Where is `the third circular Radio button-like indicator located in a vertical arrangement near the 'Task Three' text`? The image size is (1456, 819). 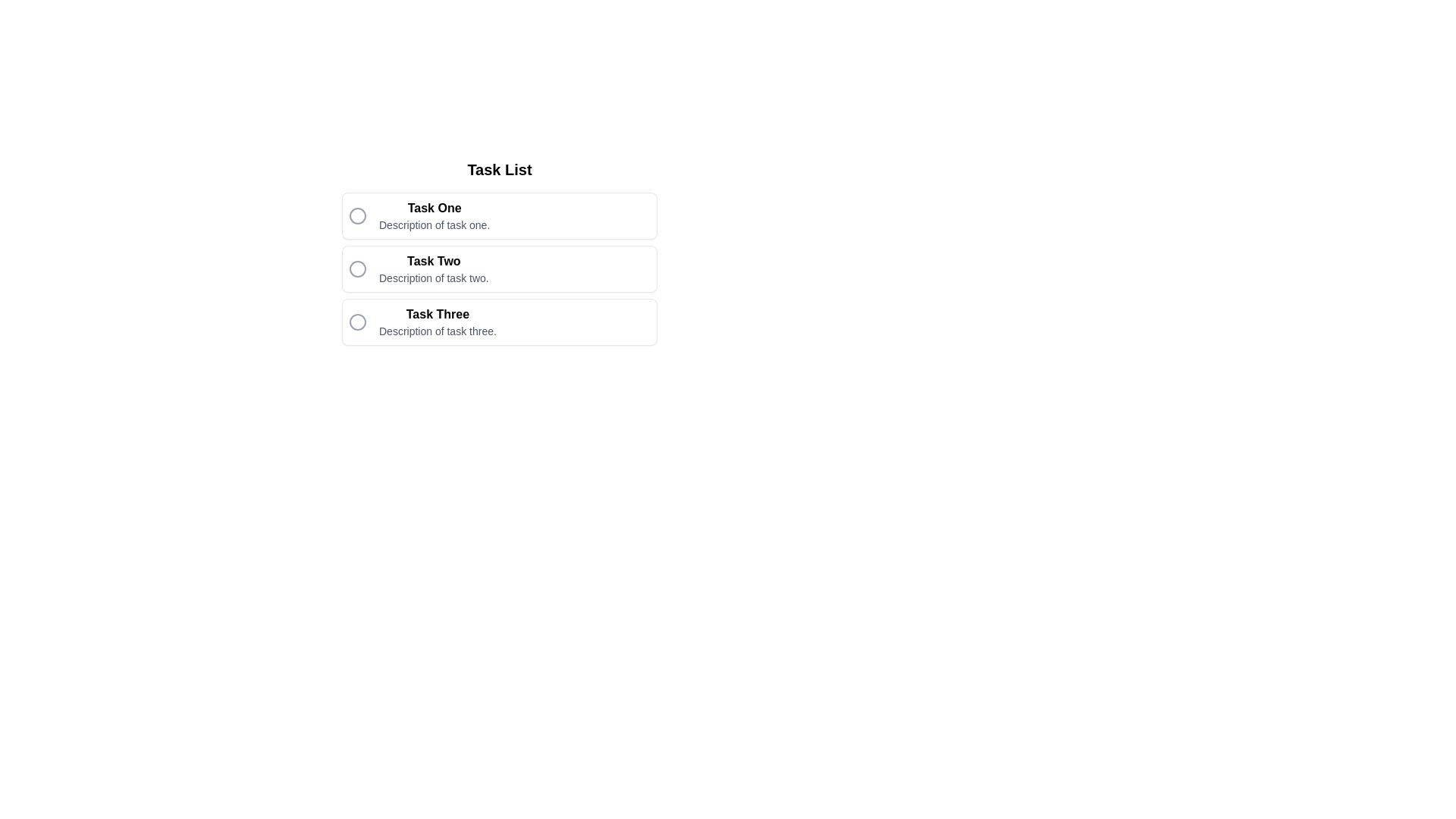
the third circular Radio button-like indicator located in a vertical arrangement near the 'Task Three' text is located at coordinates (356, 321).